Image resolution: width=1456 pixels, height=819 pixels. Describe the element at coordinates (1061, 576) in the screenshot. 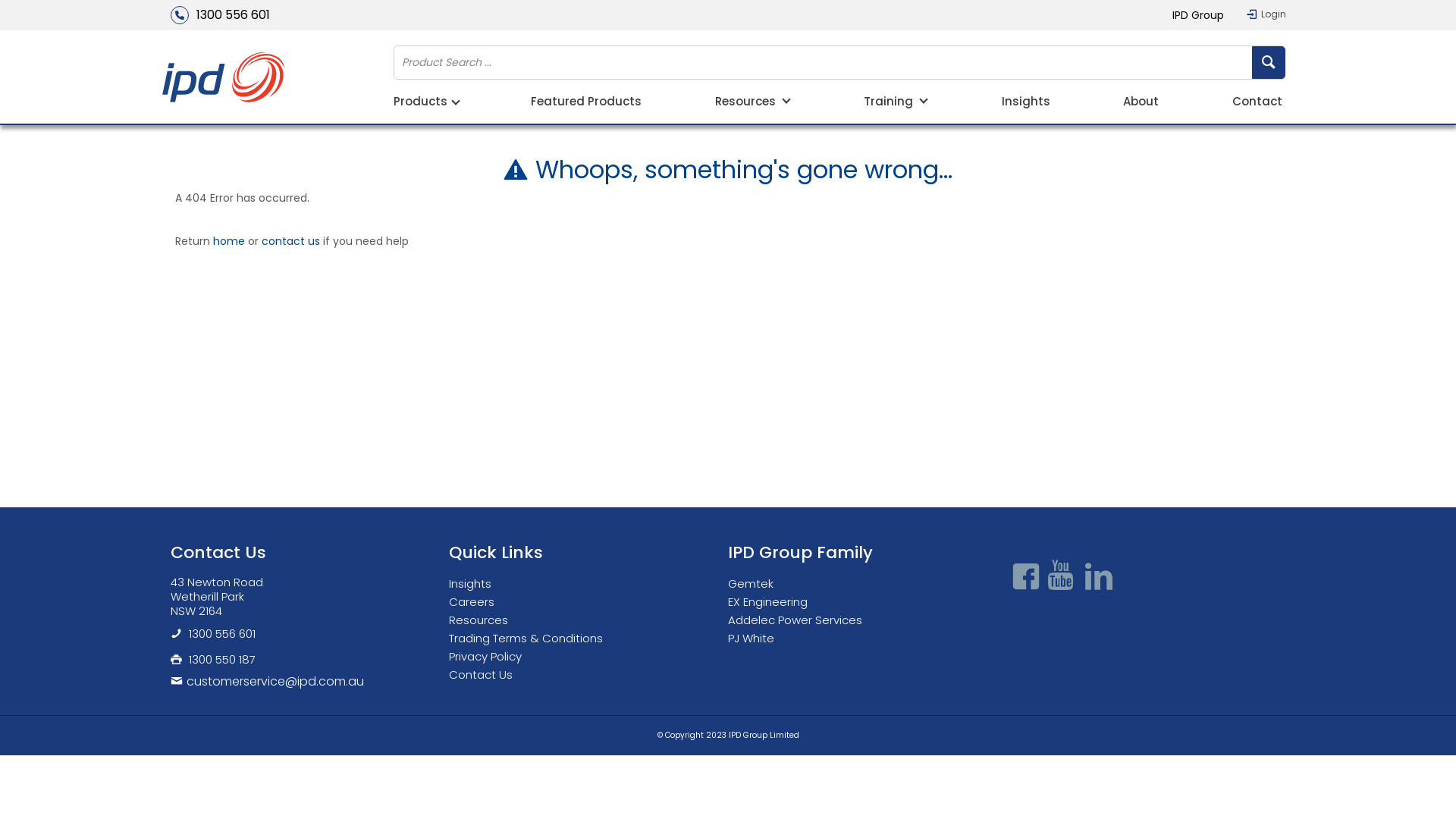

I see `'YouTube'` at that location.